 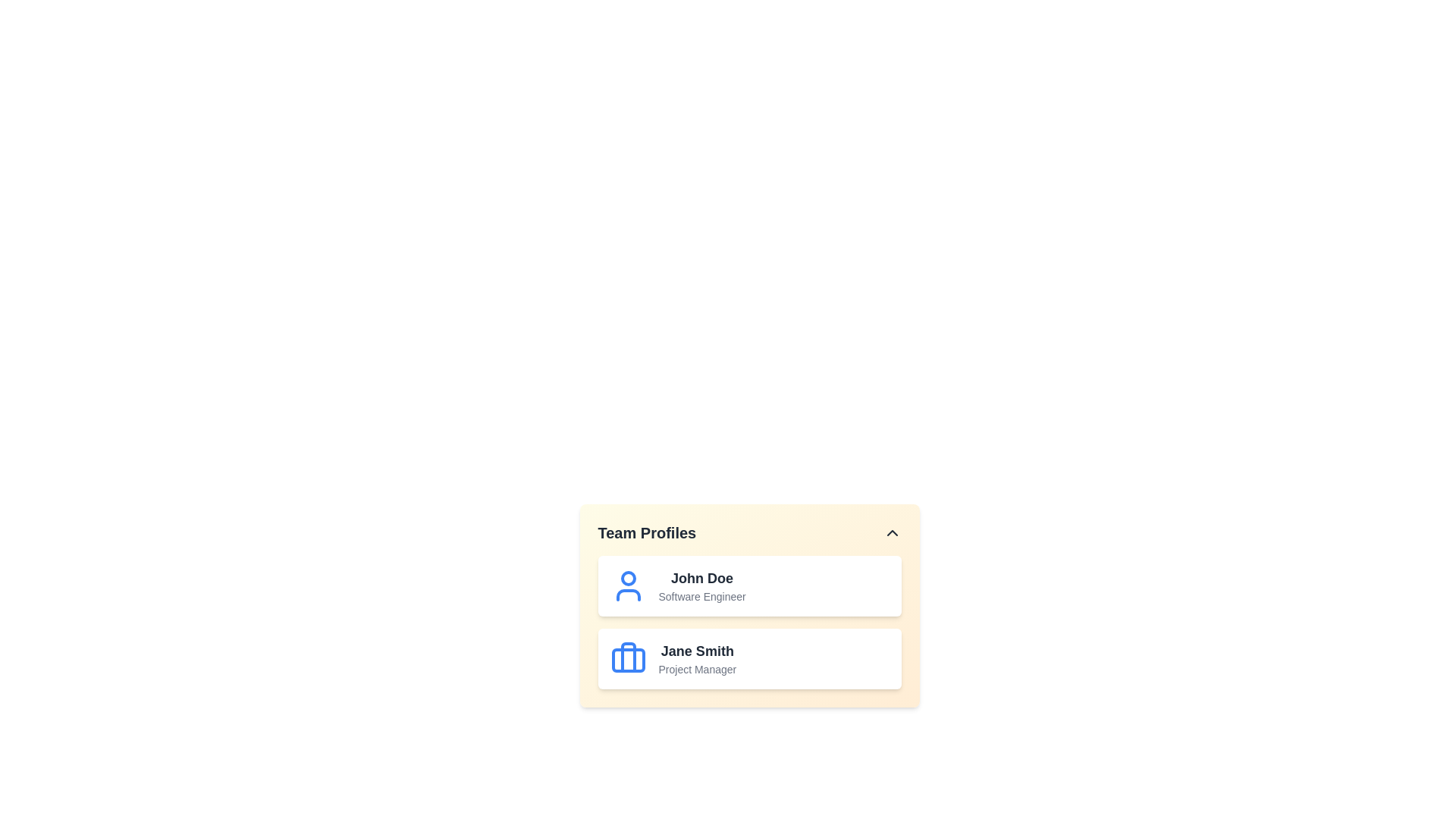 What do you see at coordinates (749, 585) in the screenshot?
I see `displayed information from the first Profile card in the team profiles list, which contains the individual's name and role, positioned directly above Jane Smith's card` at bounding box center [749, 585].